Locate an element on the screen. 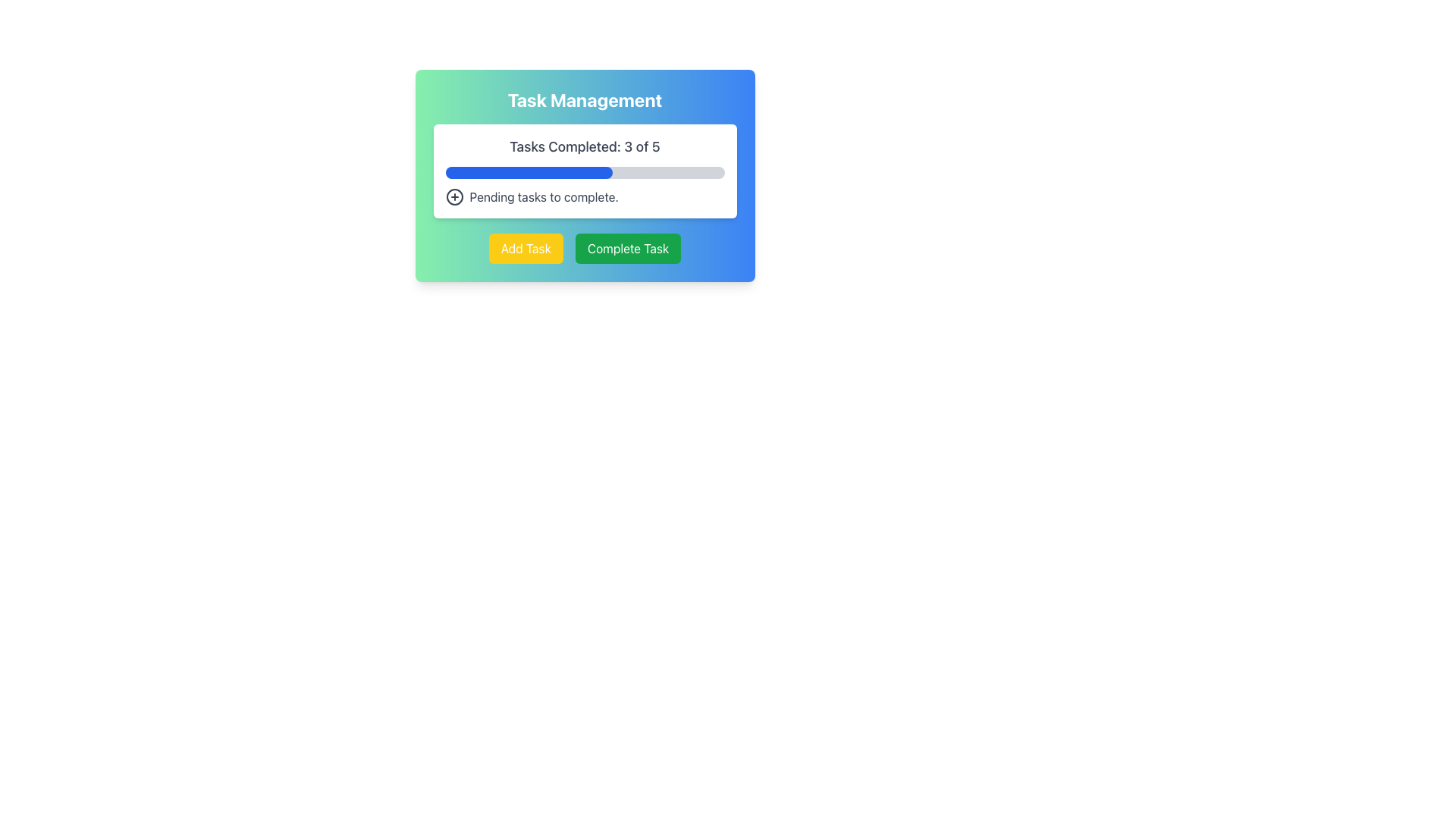 This screenshot has width=1456, height=819. the header text element at the top center of the task management section, which serves as the title for the contained elements is located at coordinates (584, 99).